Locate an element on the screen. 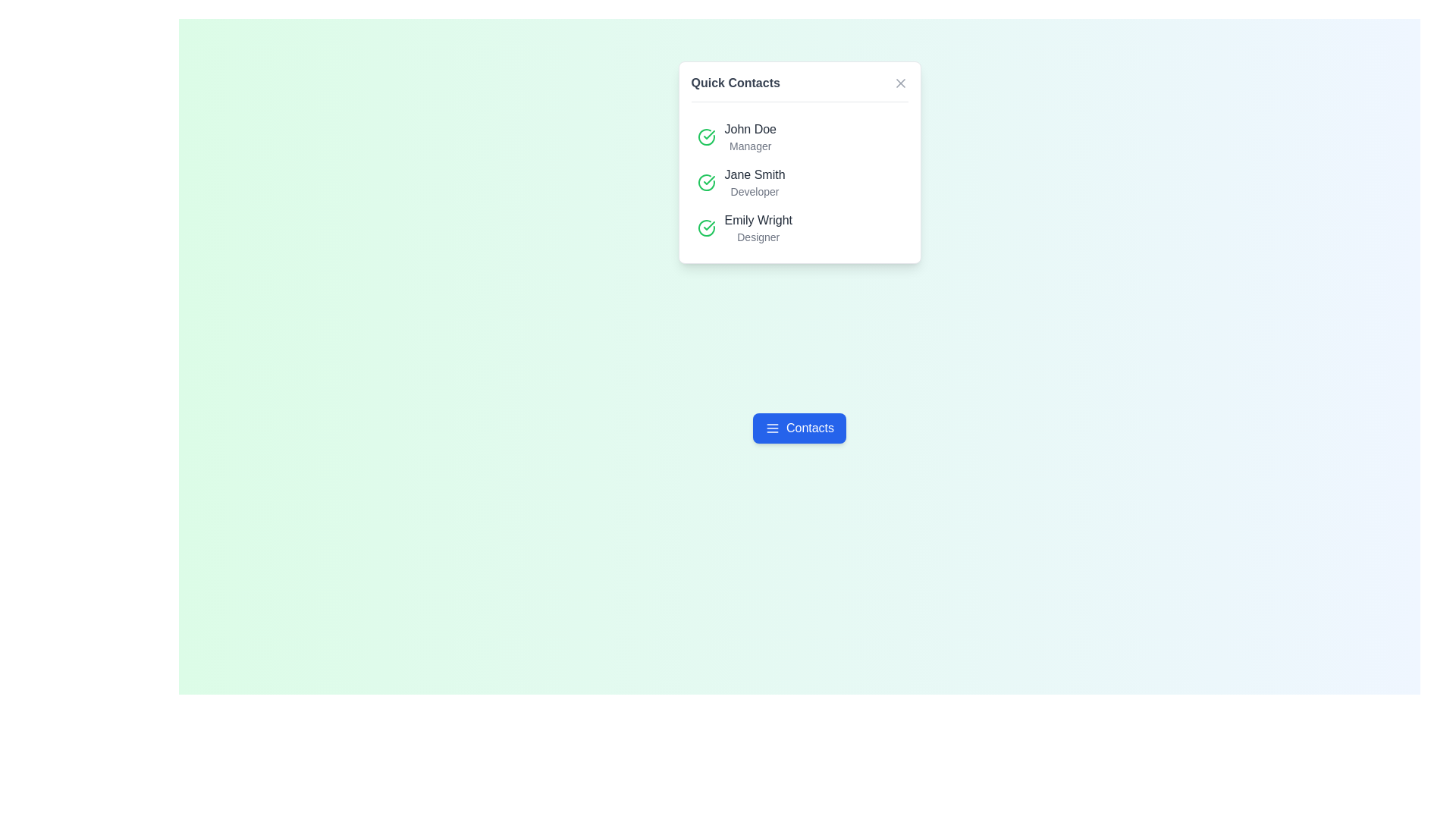 This screenshot has height=819, width=1456. the circular green outlined icon with a checkmark, indicating a completed status, located to the left of the 'Jane Smith Developer' label in the contacts list is located at coordinates (705, 181).